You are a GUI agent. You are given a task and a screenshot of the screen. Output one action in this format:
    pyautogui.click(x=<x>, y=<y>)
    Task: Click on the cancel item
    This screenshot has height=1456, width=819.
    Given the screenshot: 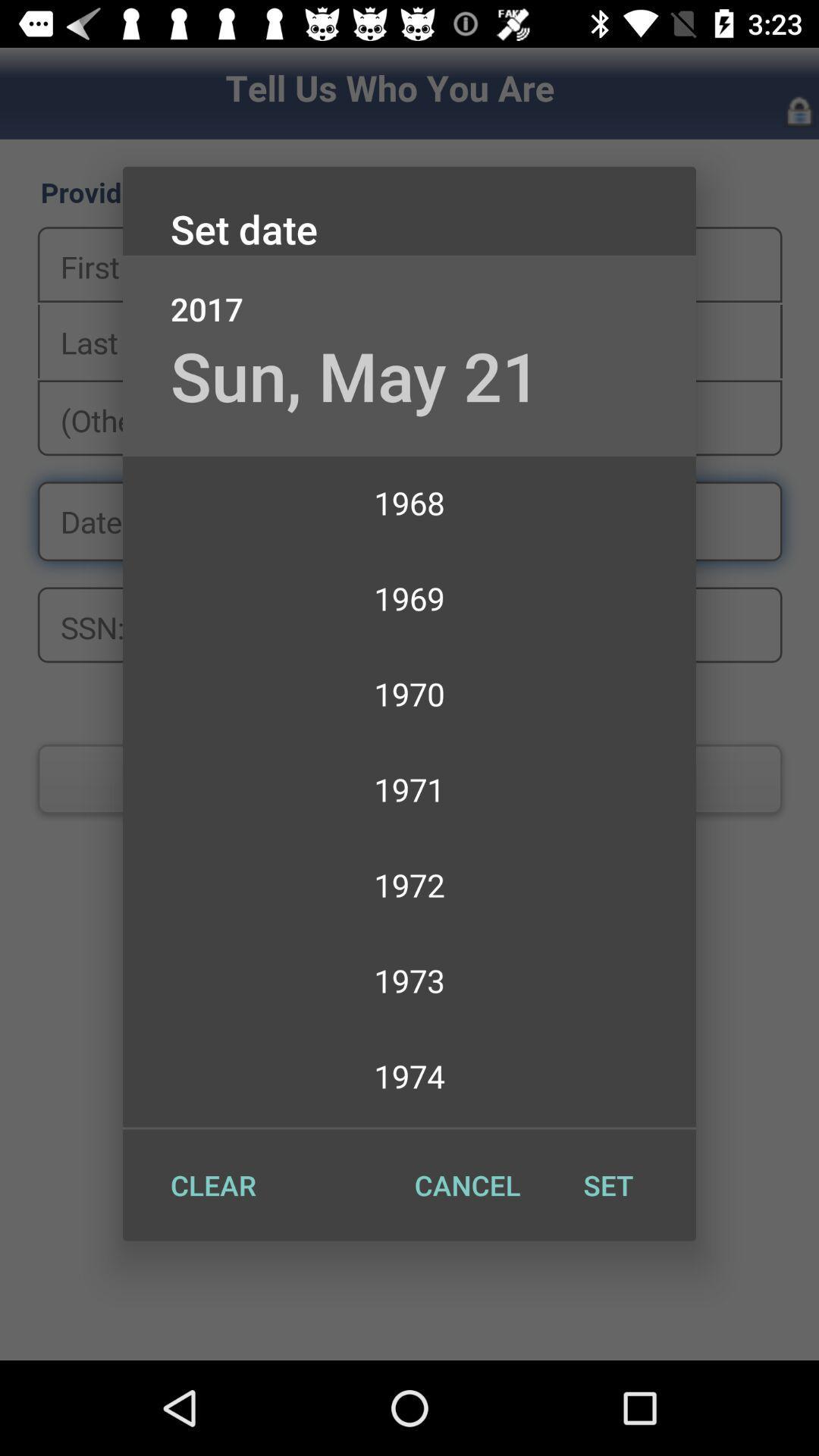 What is the action you would take?
    pyautogui.click(x=466, y=1185)
    